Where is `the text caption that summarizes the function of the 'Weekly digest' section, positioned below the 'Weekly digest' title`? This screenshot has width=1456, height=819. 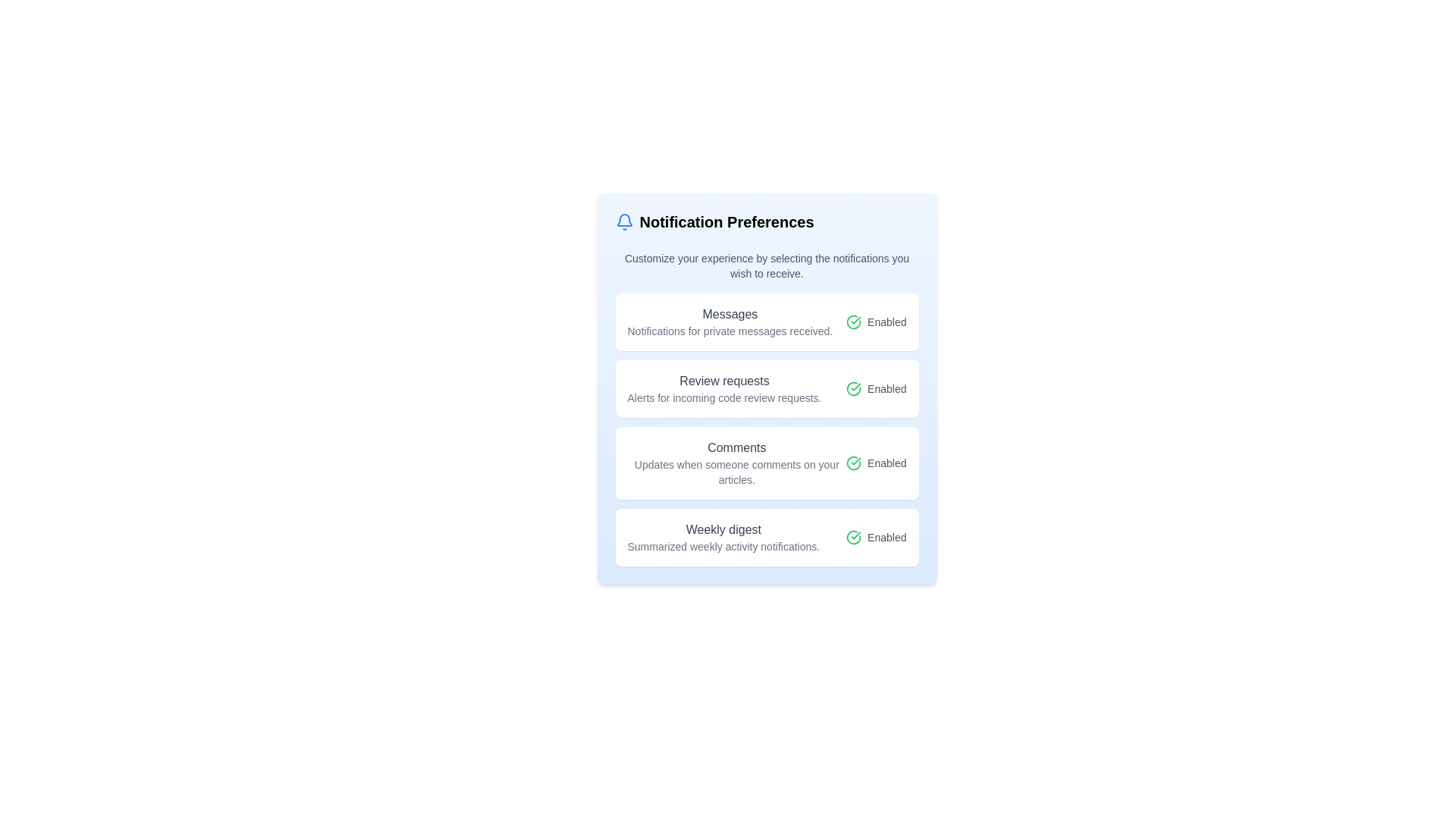
the text caption that summarizes the function of the 'Weekly digest' section, positioned below the 'Weekly digest' title is located at coordinates (723, 547).